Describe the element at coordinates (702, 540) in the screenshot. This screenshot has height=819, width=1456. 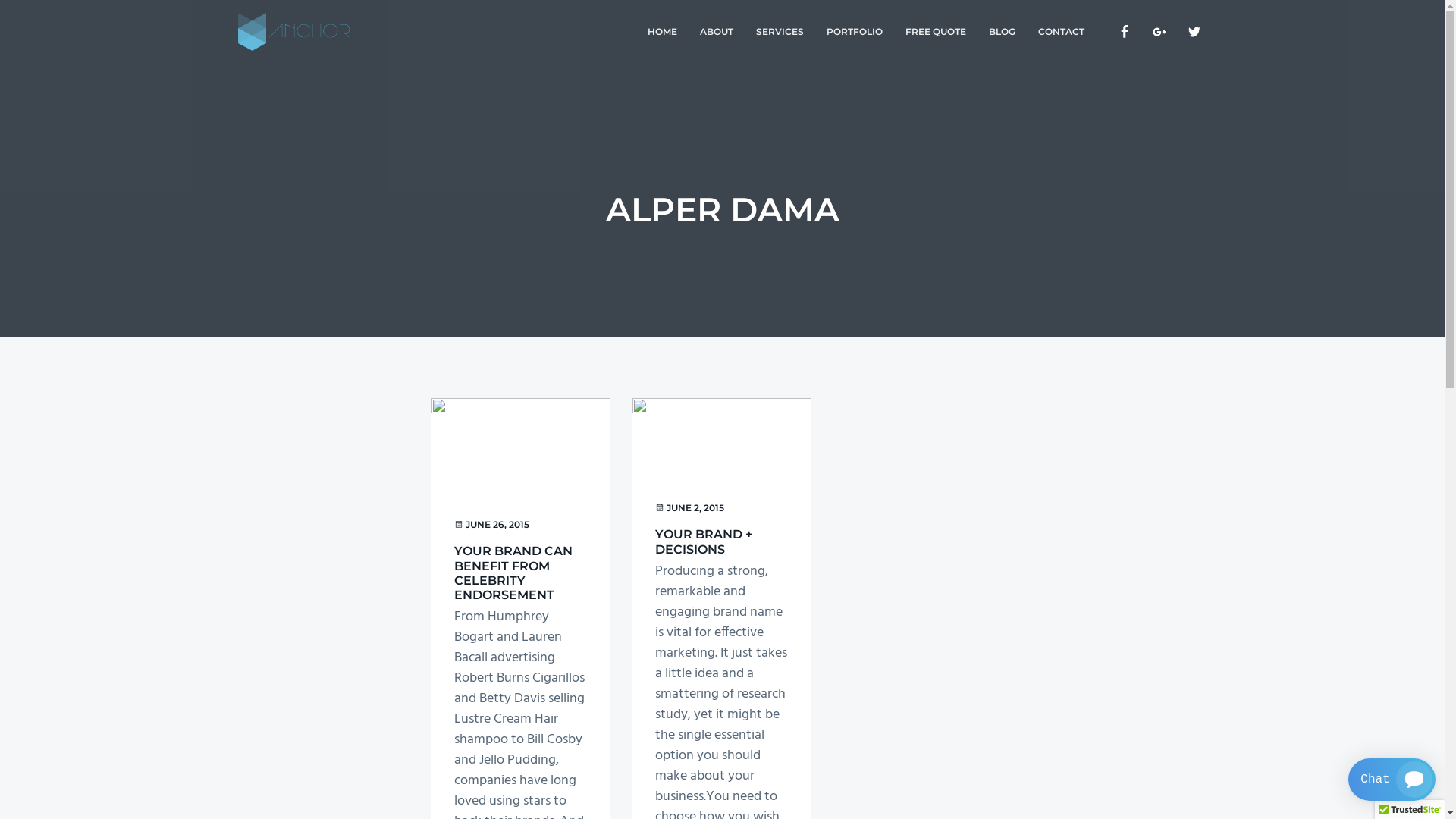
I see `'YOUR BRAND + DECISIONS'` at that location.